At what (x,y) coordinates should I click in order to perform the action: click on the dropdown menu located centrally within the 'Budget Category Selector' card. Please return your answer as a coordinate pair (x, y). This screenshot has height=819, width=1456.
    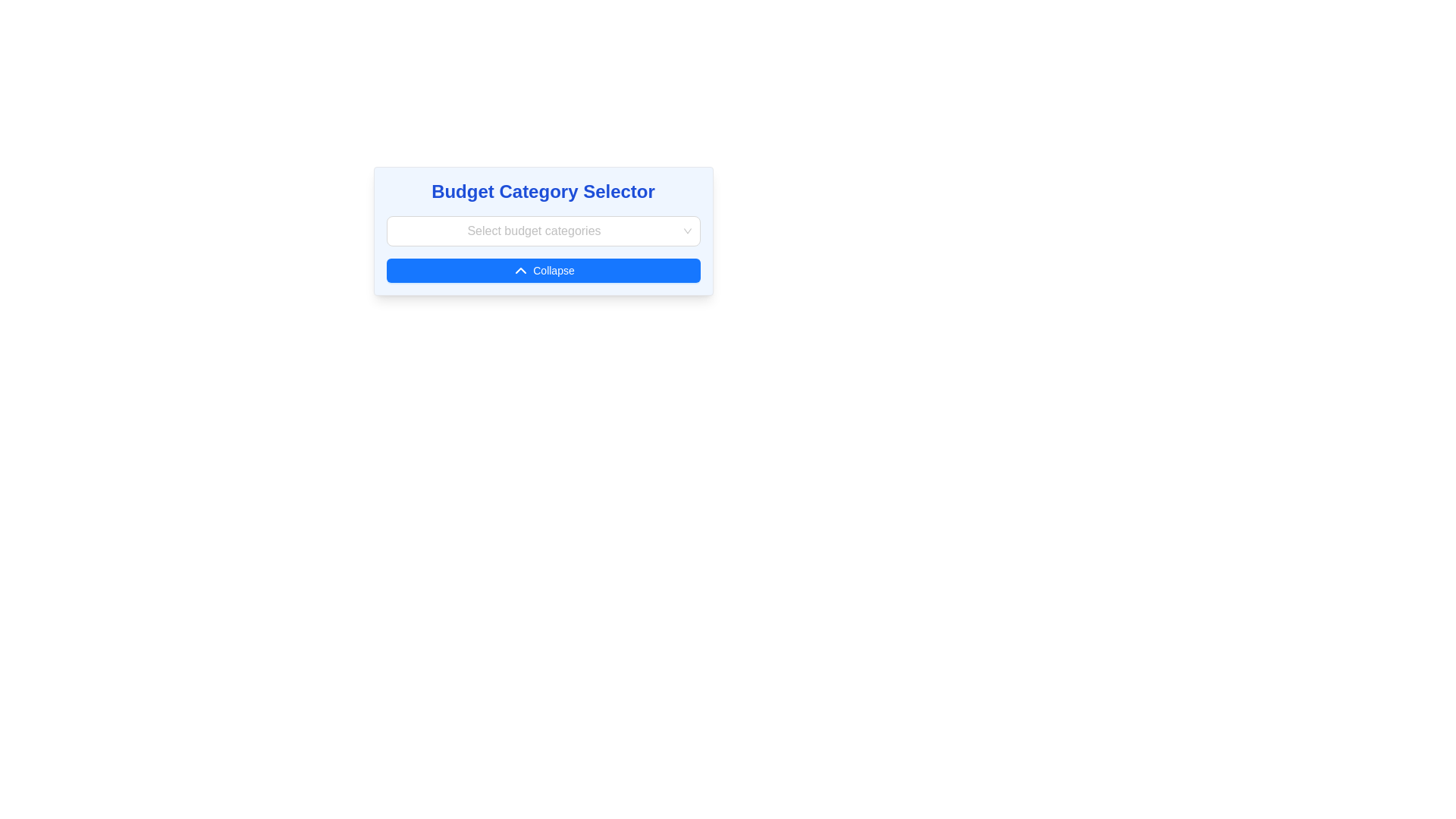
    Looking at the image, I should click on (543, 231).